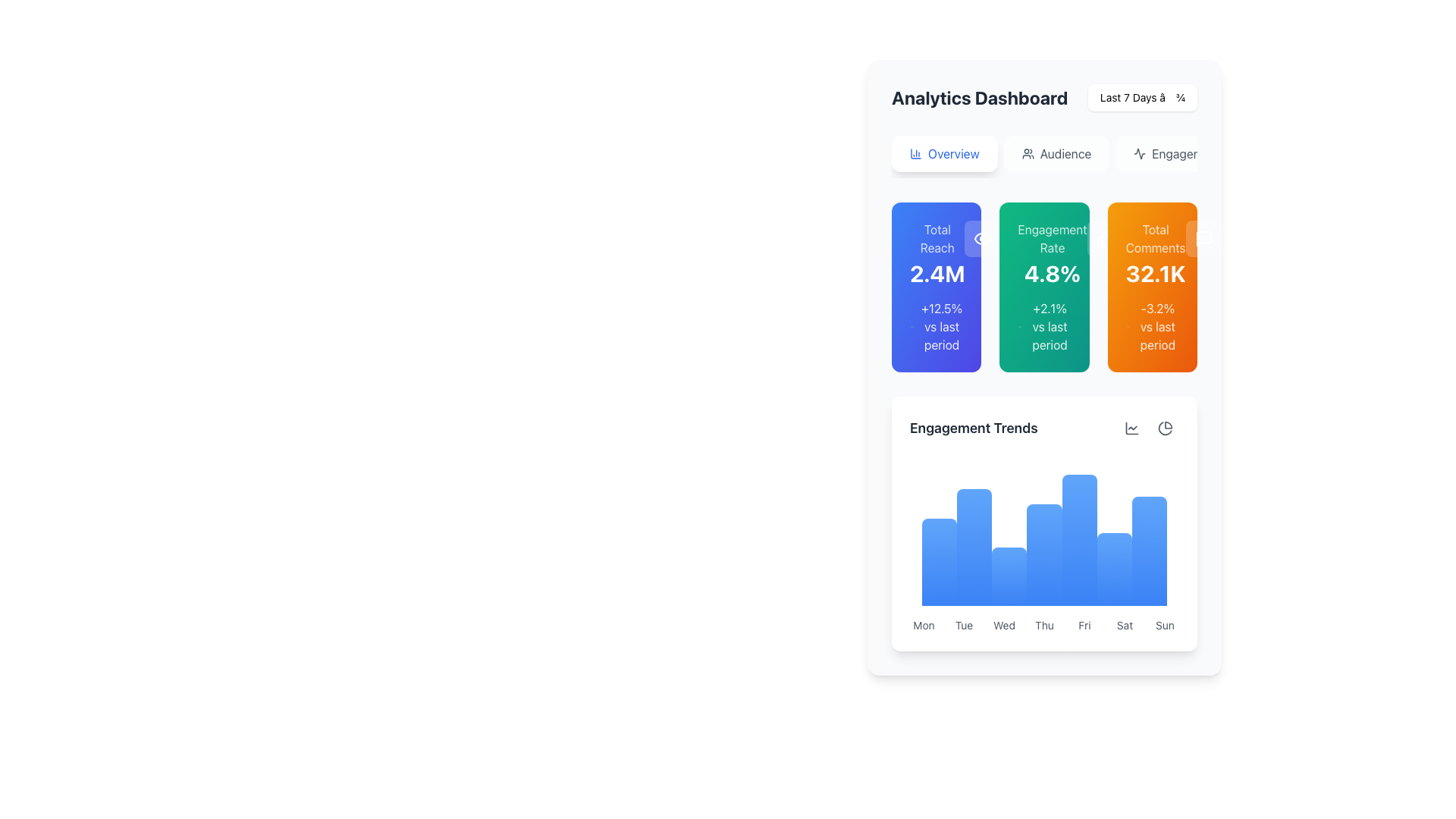 The width and height of the screenshot is (1456, 819). I want to click on the text block displaying 'Total Comments' and '32.1K' within the orange box located in the top-right corner of the dashboard interface, so click(1152, 253).